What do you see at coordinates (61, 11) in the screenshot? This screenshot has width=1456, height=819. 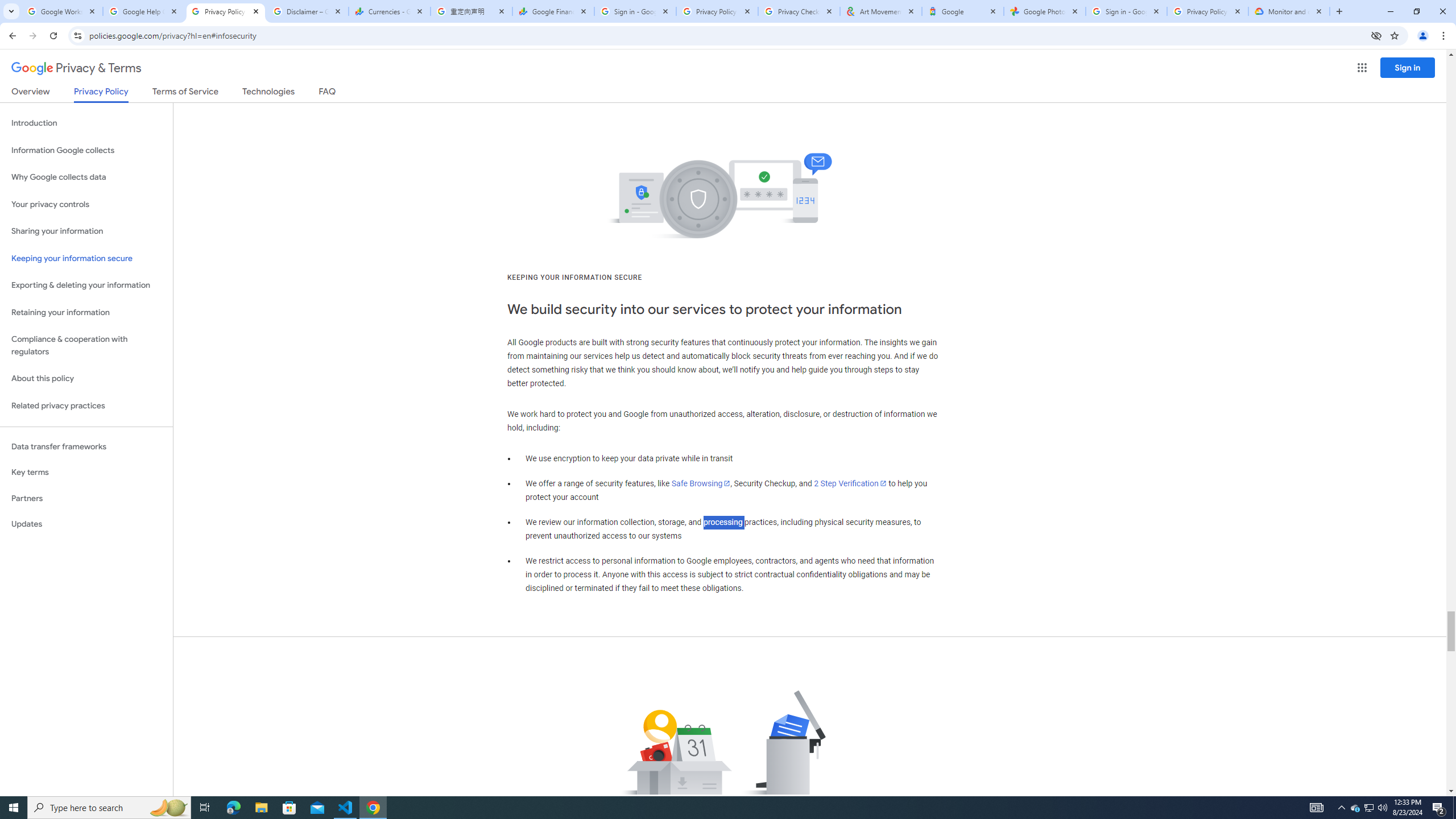 I see `'Google Workspace Admin Community'` at bounding box center [61, 11].